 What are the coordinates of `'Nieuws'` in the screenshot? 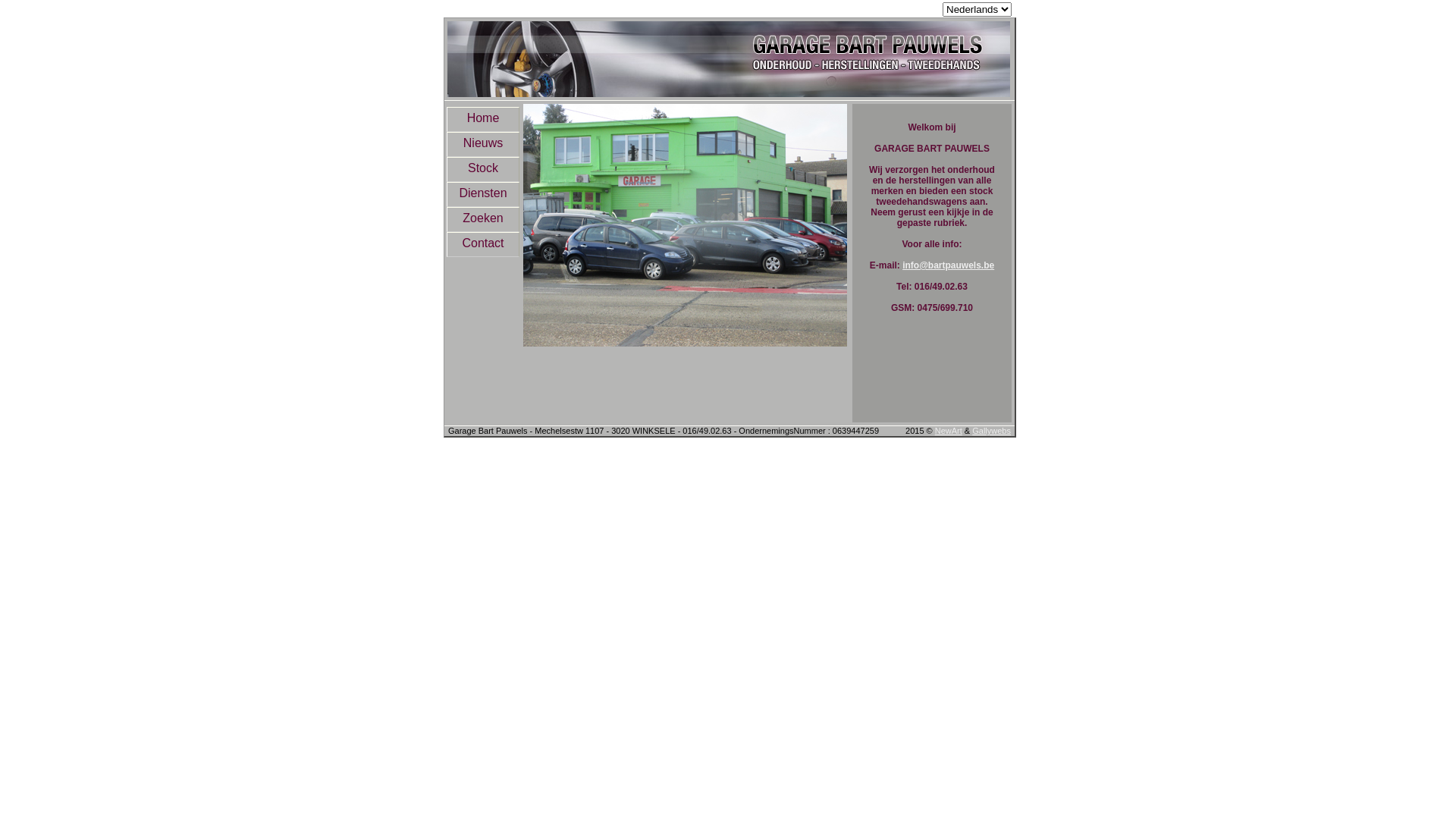 It's located at (482, 144).